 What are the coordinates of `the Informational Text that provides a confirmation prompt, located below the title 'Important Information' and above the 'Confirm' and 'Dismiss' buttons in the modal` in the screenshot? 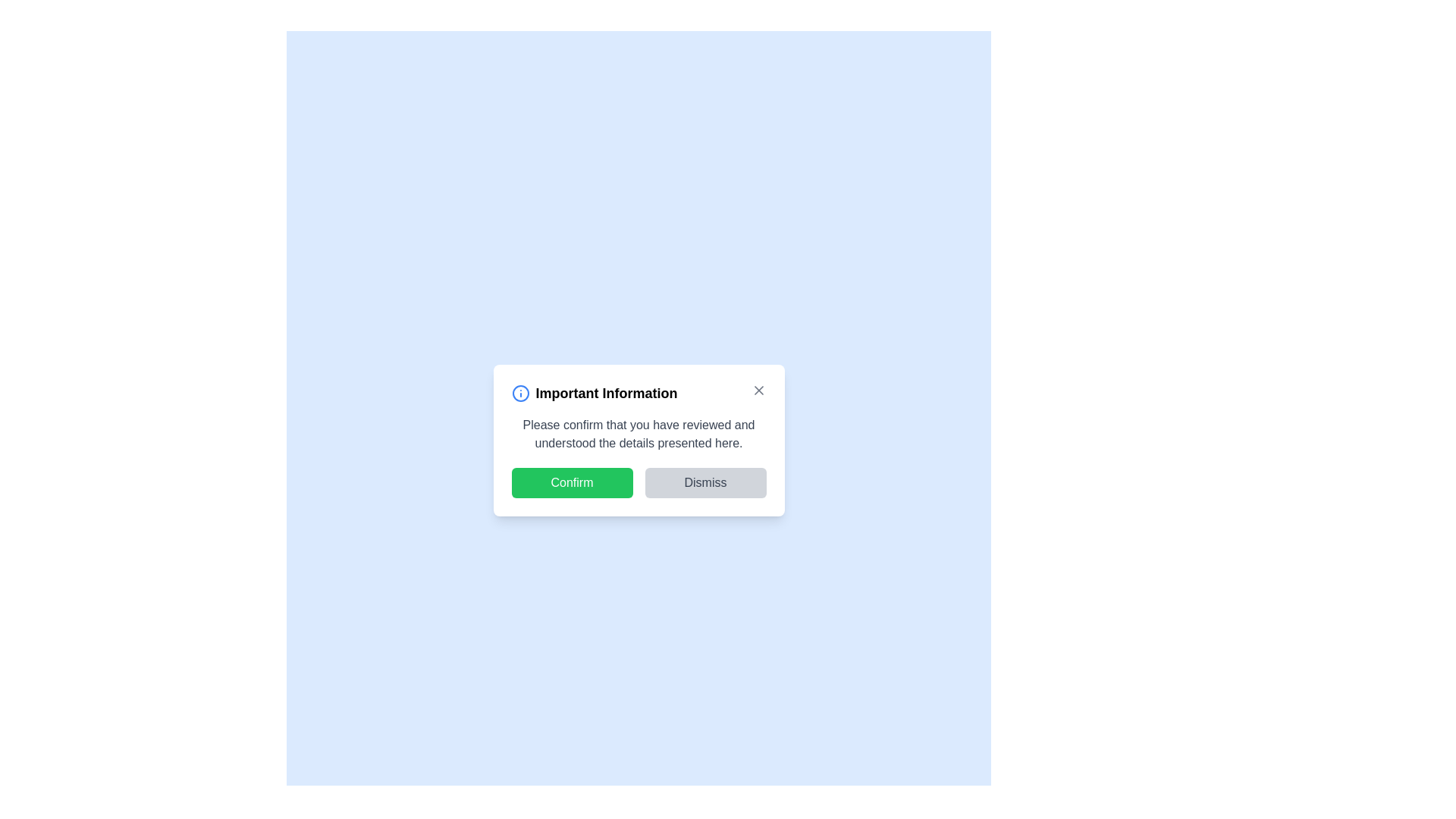 It's located at (639, 435).